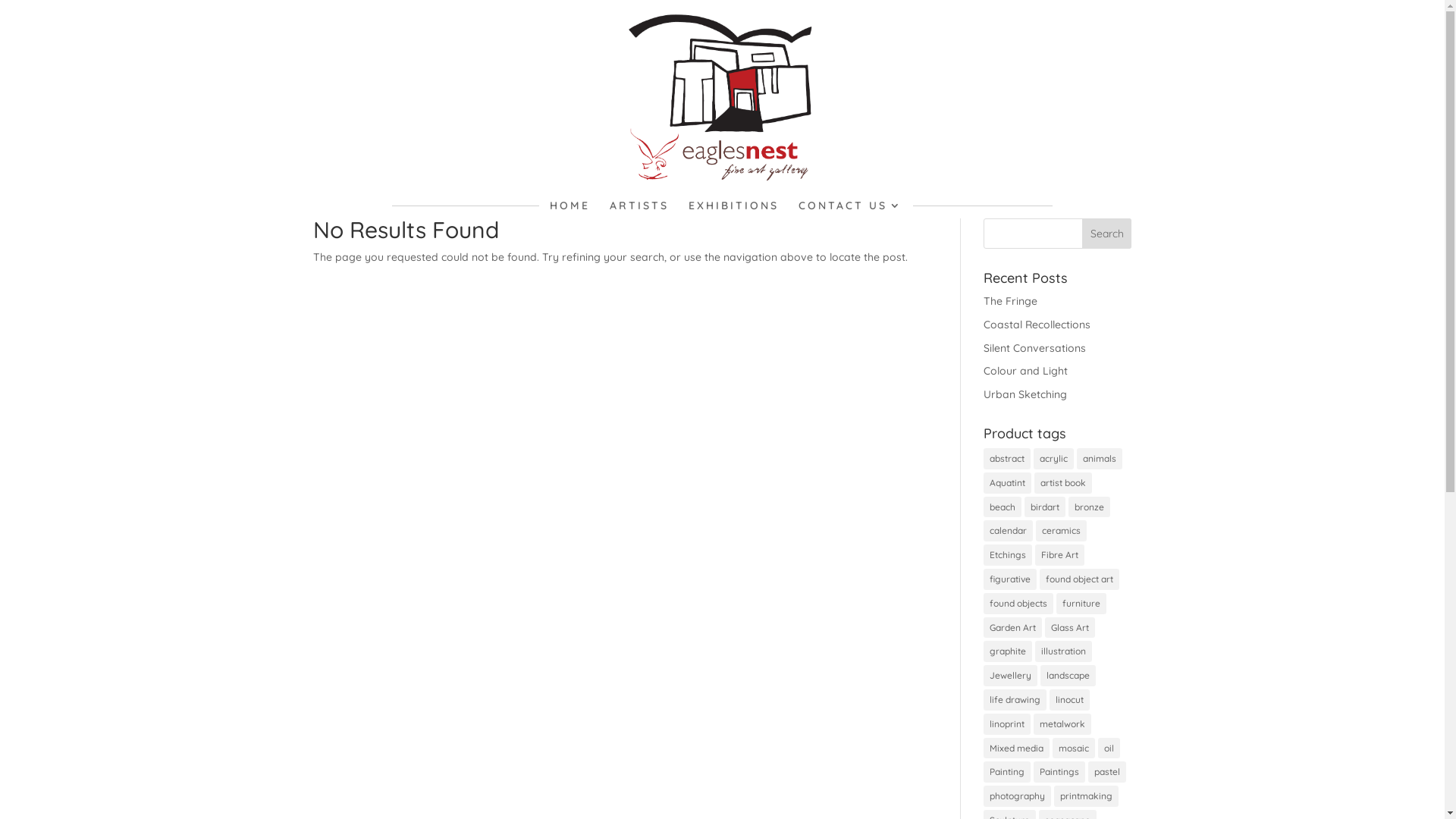  What do you see at coordinates (1062, 651) in the screenshot?
I see `'illustration'` at bounding box center [1062, 651].